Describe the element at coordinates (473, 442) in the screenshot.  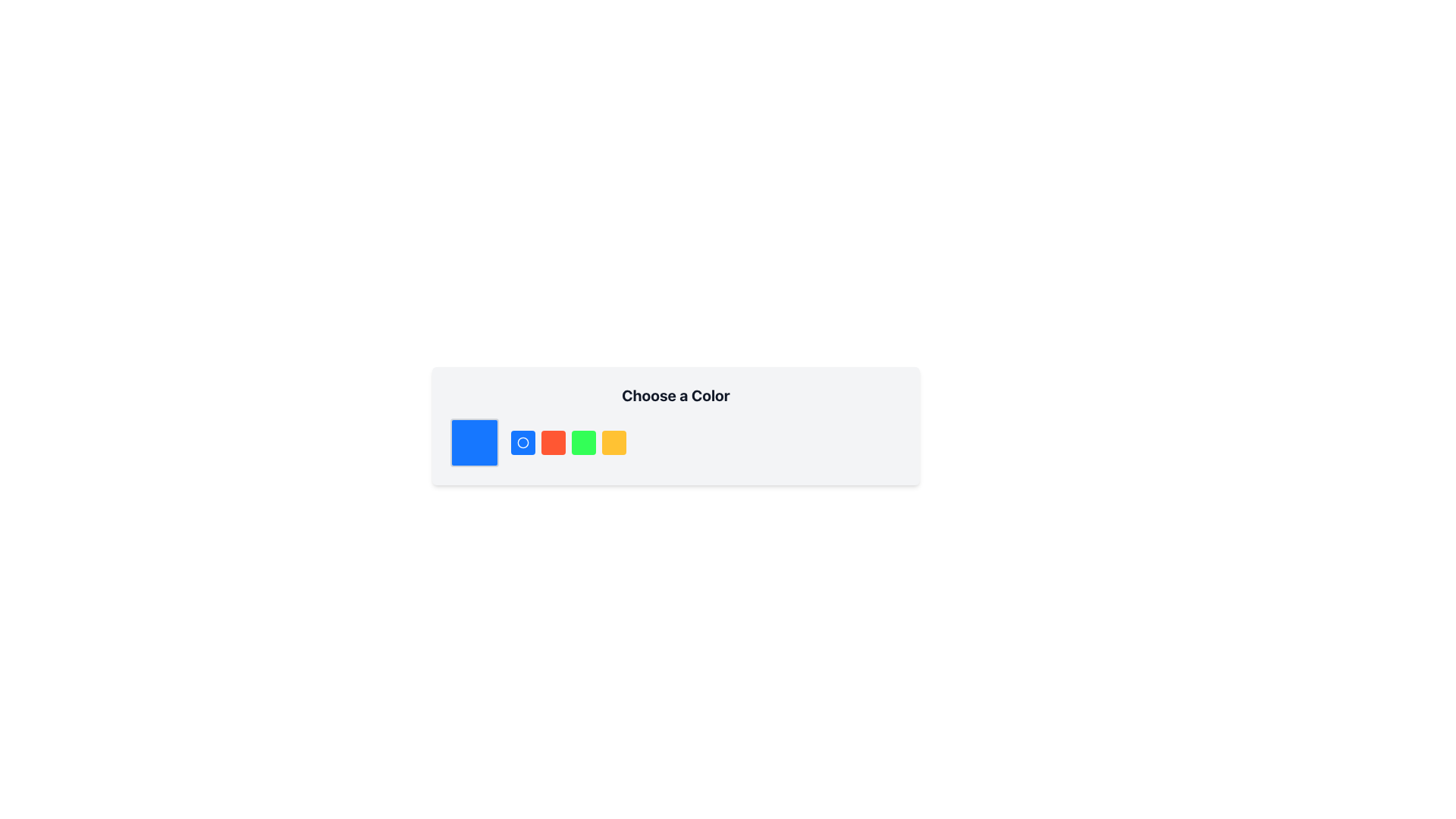
I see `the stylized interactive box located at the first position among its sibling elements` at that location.